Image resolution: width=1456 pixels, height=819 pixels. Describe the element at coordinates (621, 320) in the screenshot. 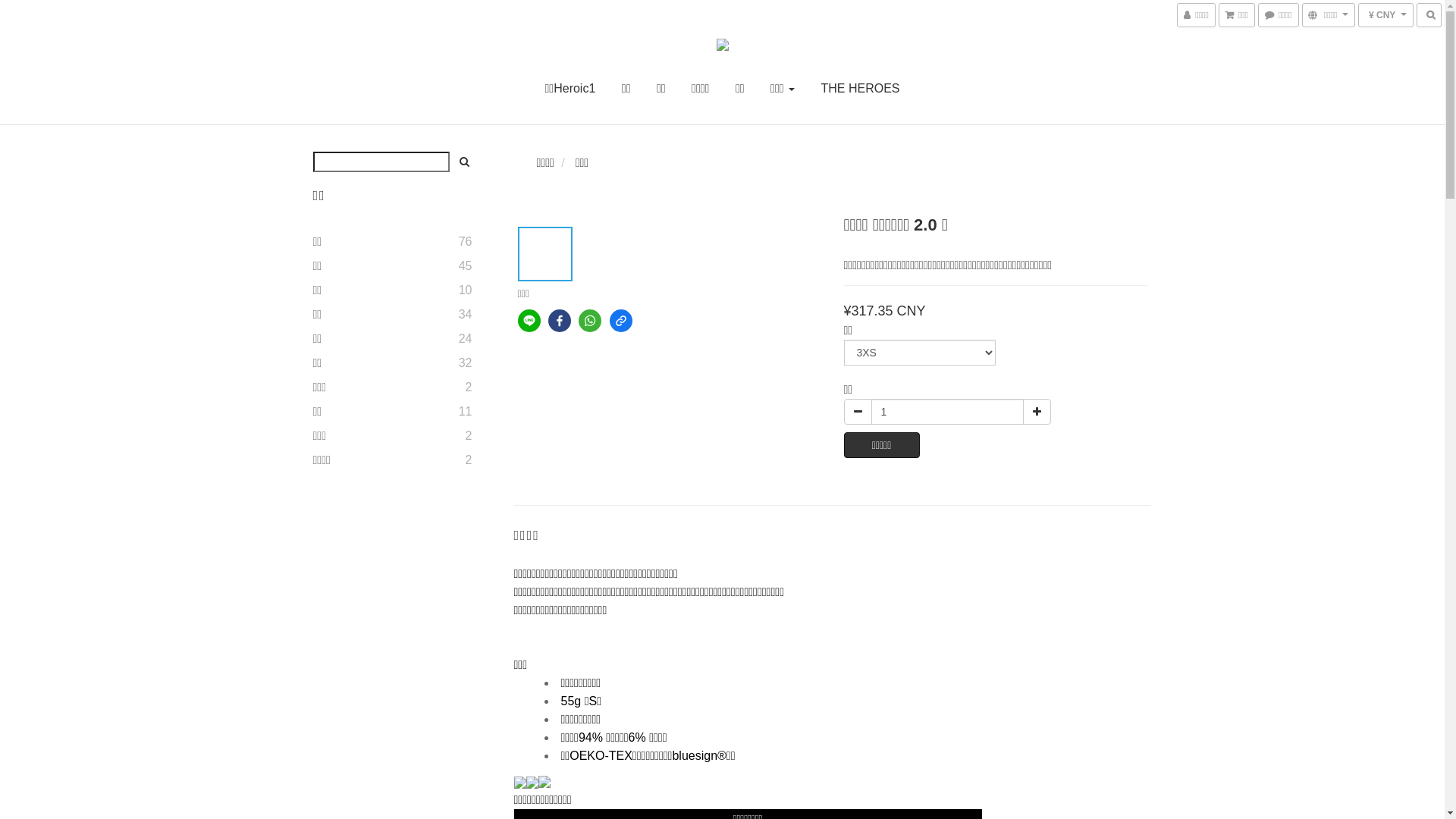

I see `'copy link'` at that location.